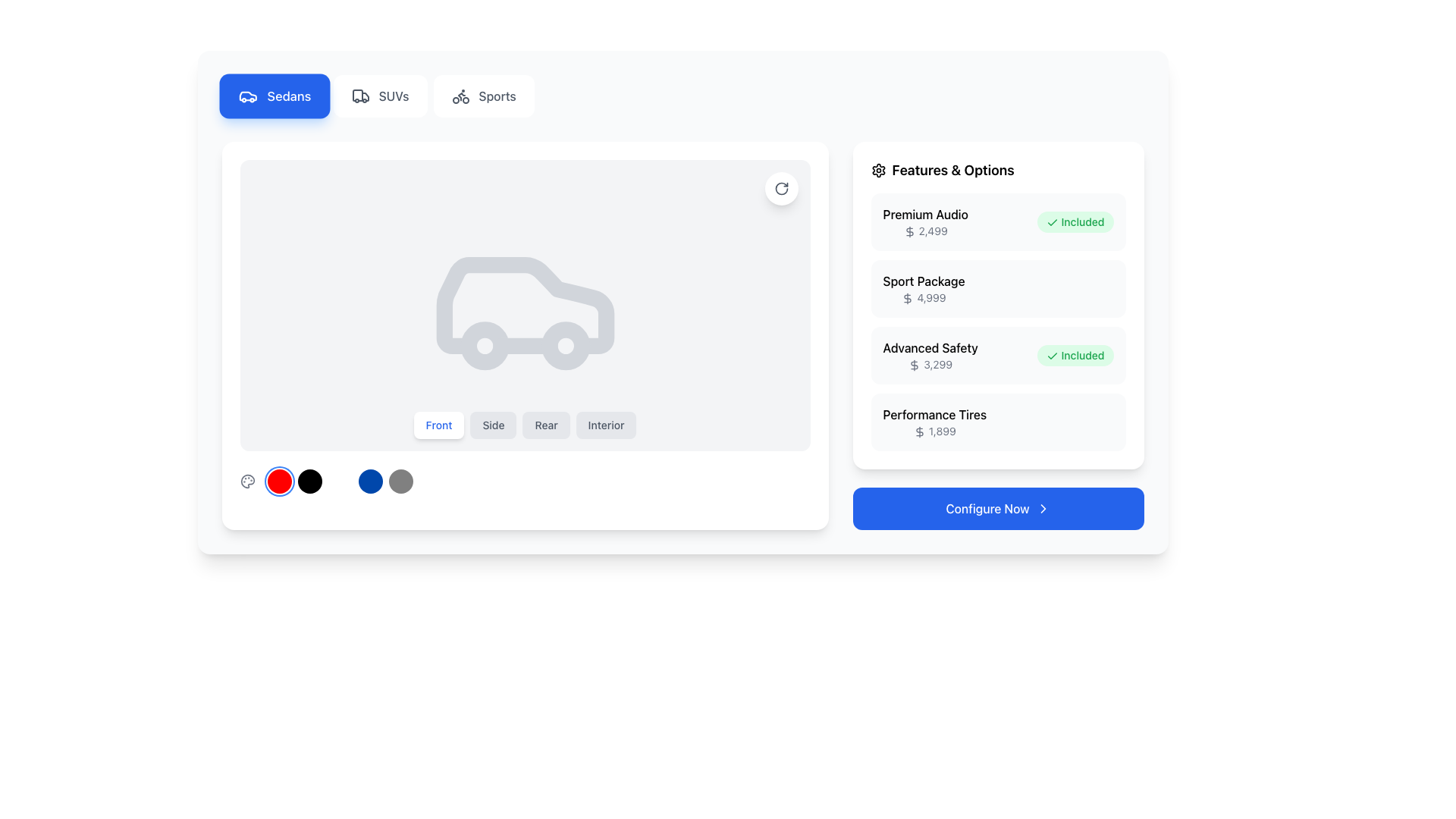 This screenshot has height=819, width=1456. Describe the element at coordinates (998, 335) in the screenshot. I see `the price '$3,299' displayed in the 'Advanced Safety' section located in the 'Features & Options' area for more details` at that location.